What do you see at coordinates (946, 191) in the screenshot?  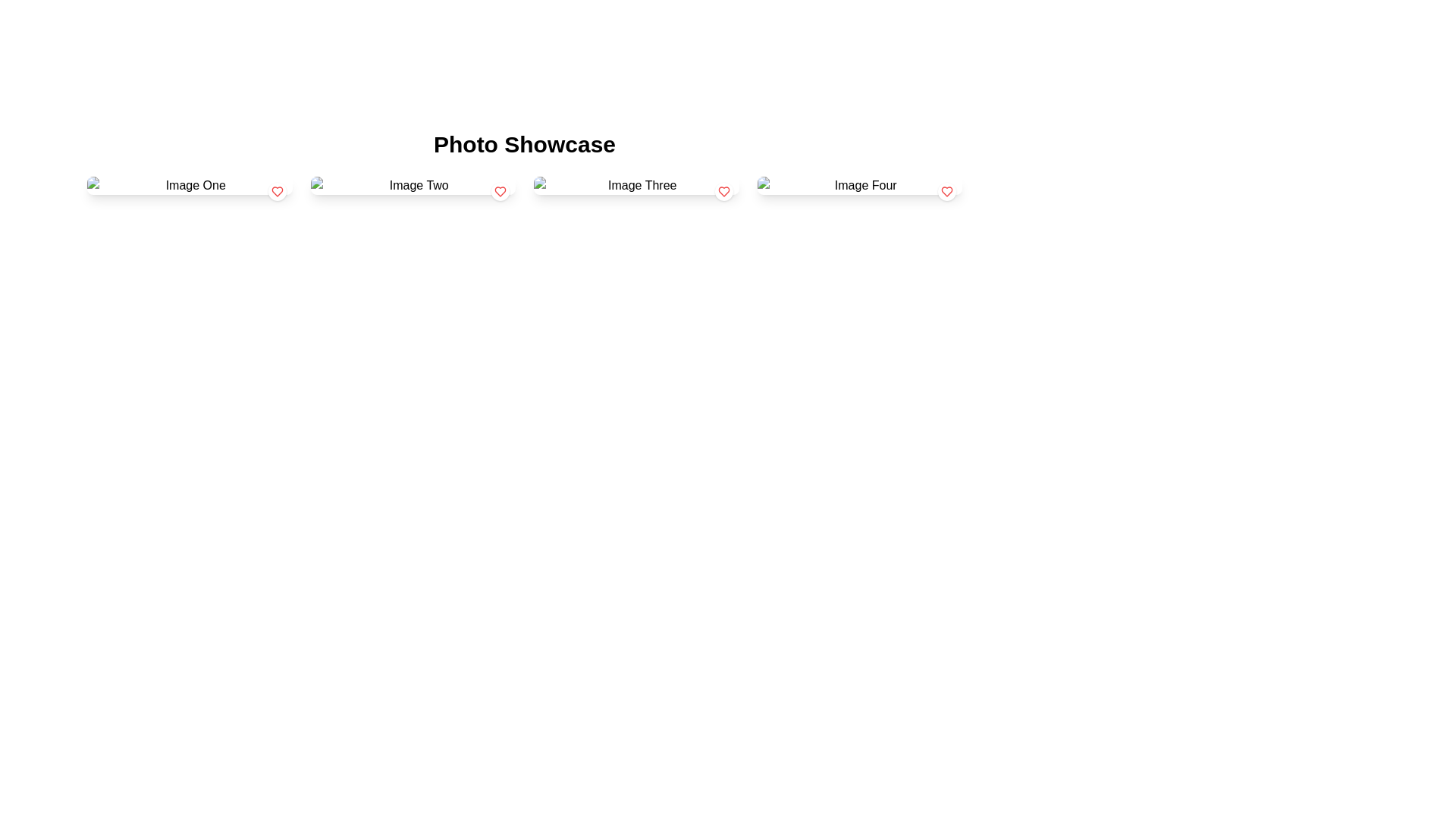 I see `the heart icon button to mark 'Image Four' as favorite` at bounding box center [946, 191].